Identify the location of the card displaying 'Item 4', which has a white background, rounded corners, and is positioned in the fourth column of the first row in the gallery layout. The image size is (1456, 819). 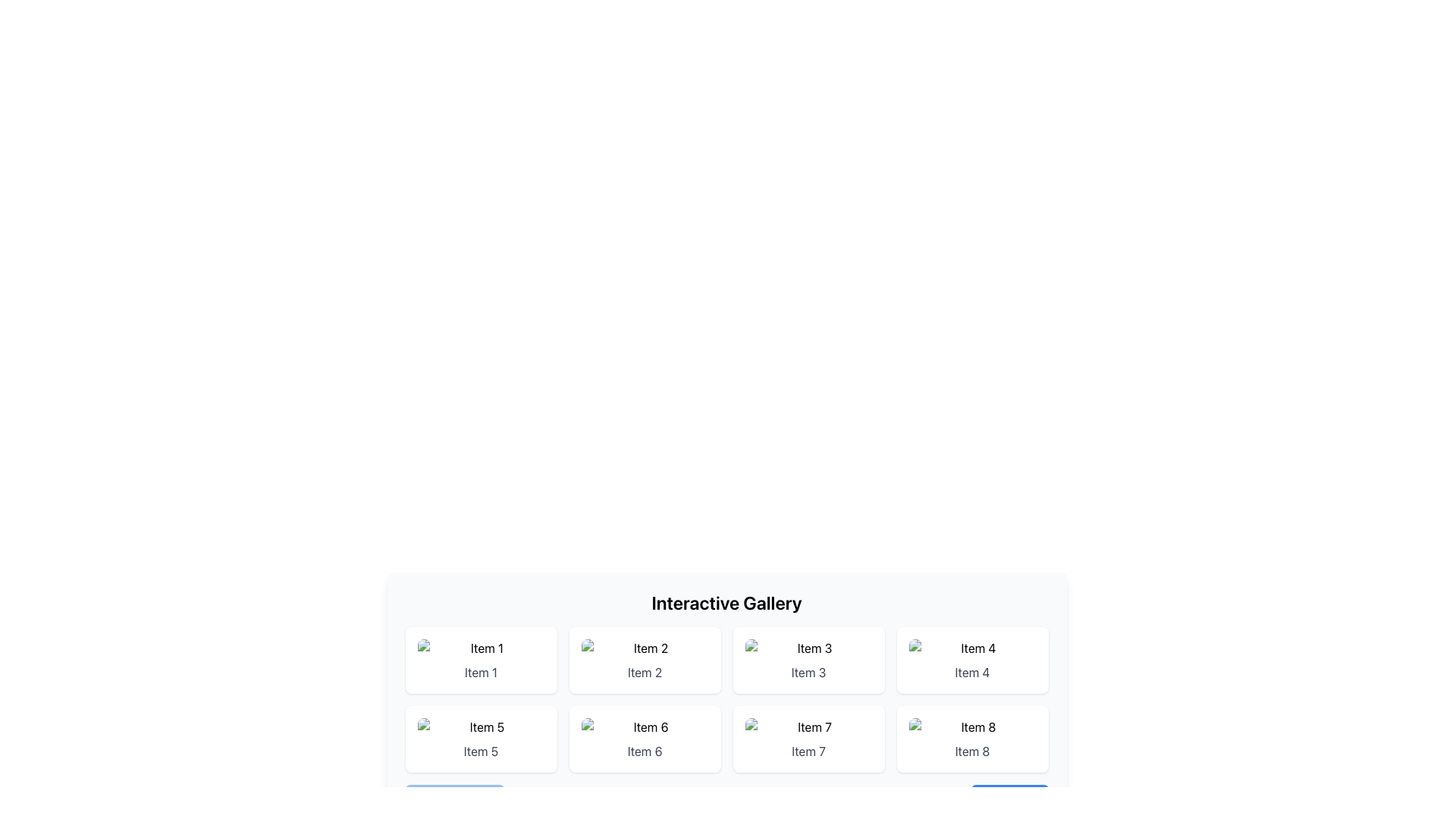
(972, 660).